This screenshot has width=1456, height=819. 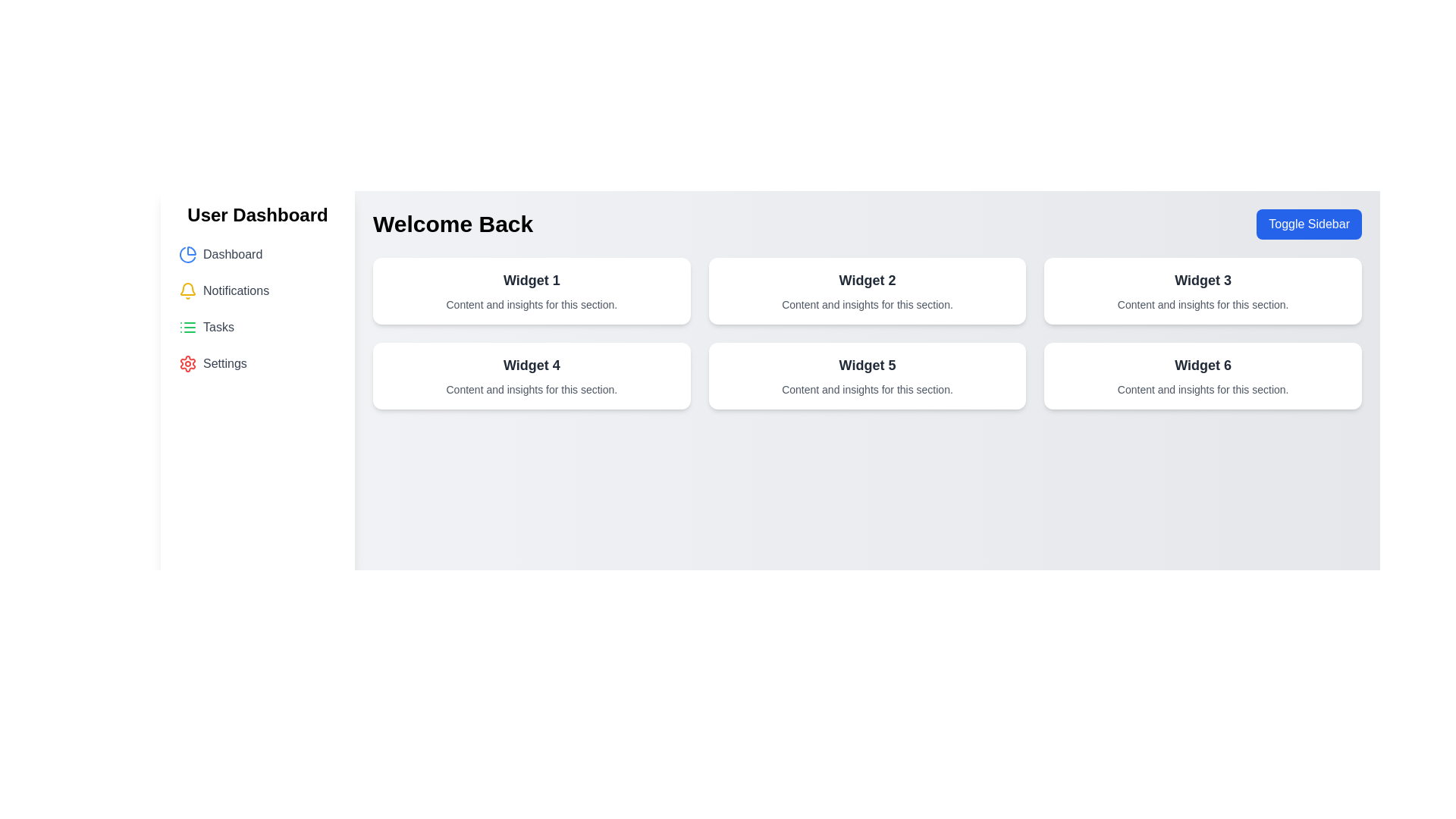 I want to click on the Navigation menu button located in the left sidebar, so click(x=258, y=253).